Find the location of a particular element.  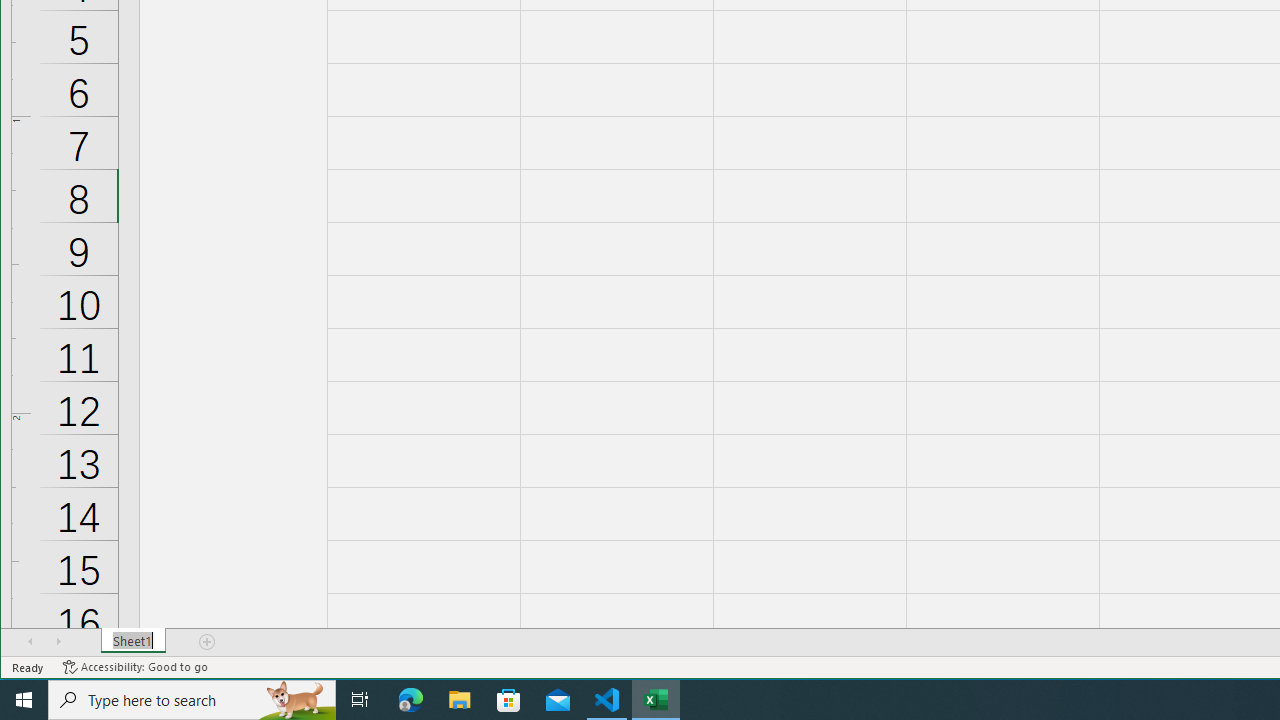

'Visual Studio Code - 1 running window' is located at coordinates (606, 698).